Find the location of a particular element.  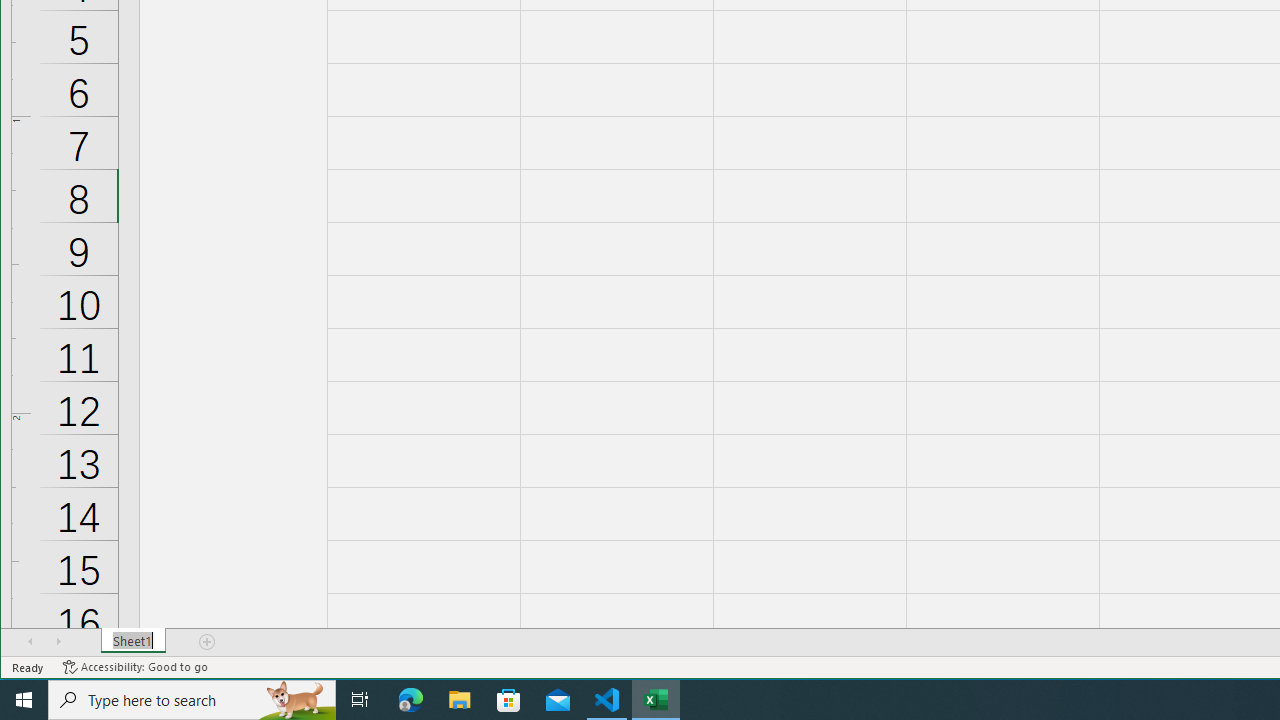

'Visual Studio Code - 1 running window' is located at coordinates (606, 698).